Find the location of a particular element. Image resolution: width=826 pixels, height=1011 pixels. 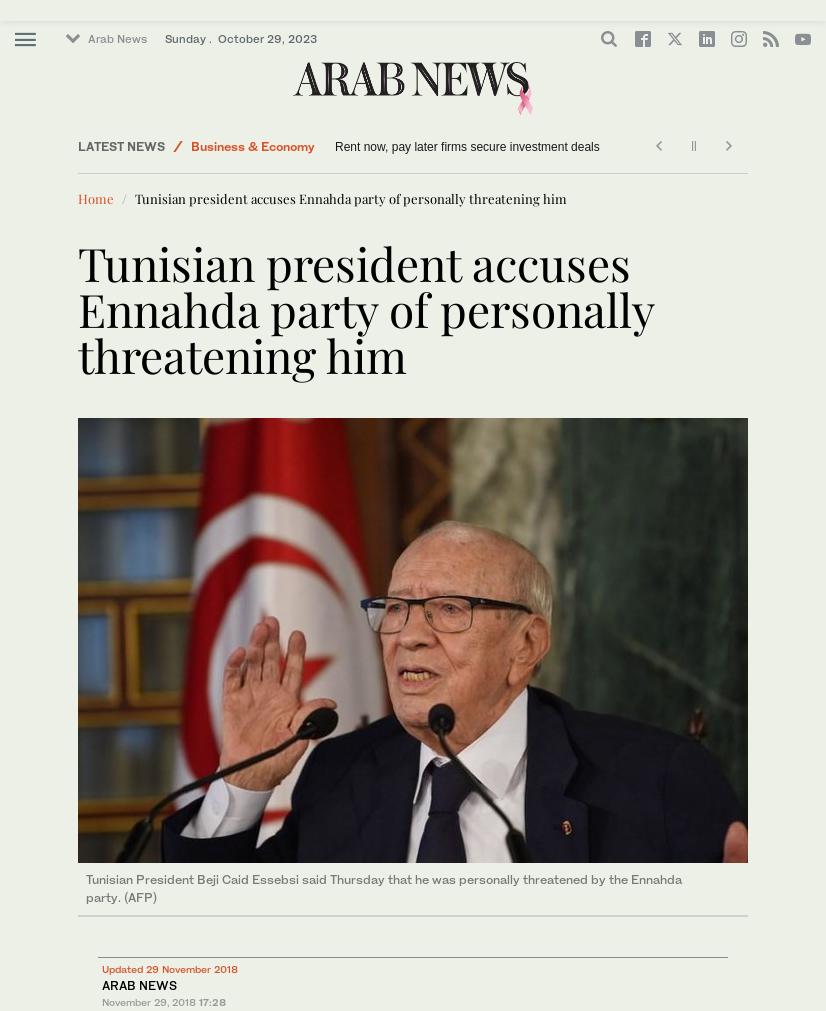

'Tunisian President Beji Caid Essebsi said Thursday that he was personally threatened by the Ennahda party. (AFP)' is located at coordinates (384, 888).